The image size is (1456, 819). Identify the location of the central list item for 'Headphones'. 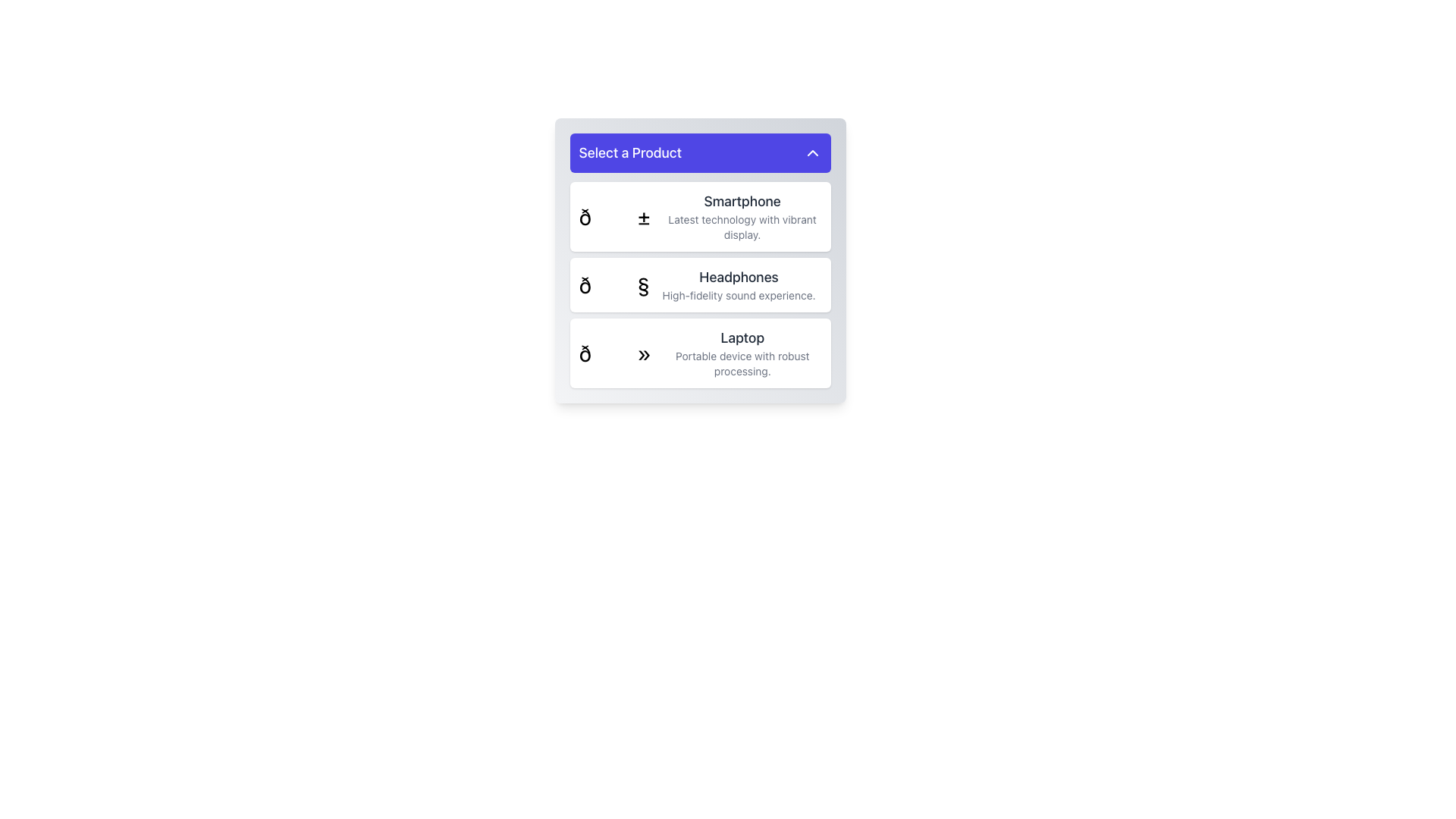
(739, 284).